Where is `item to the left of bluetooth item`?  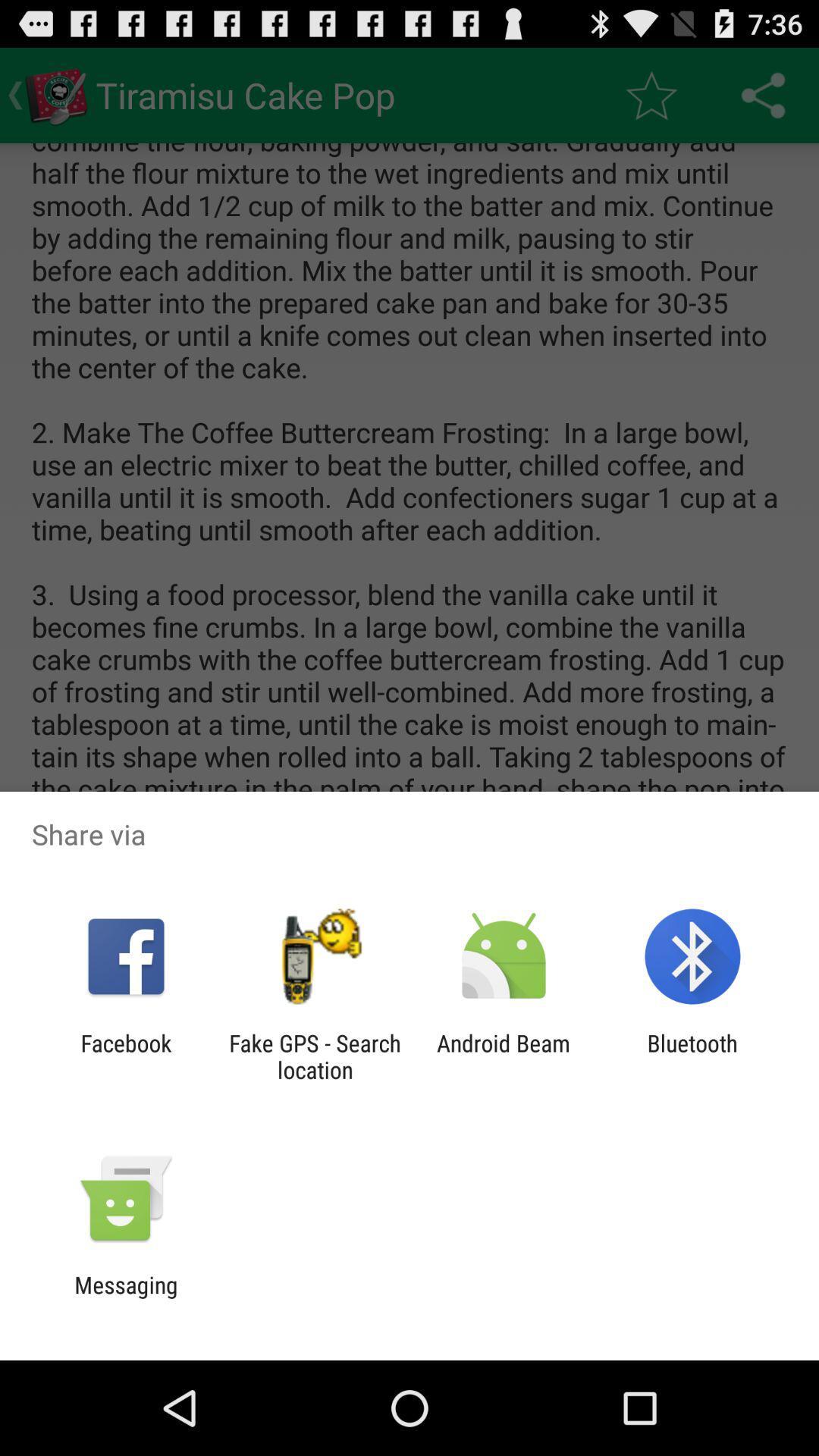
item to the left of bluetooth item is located at coordinates (504, 1056).